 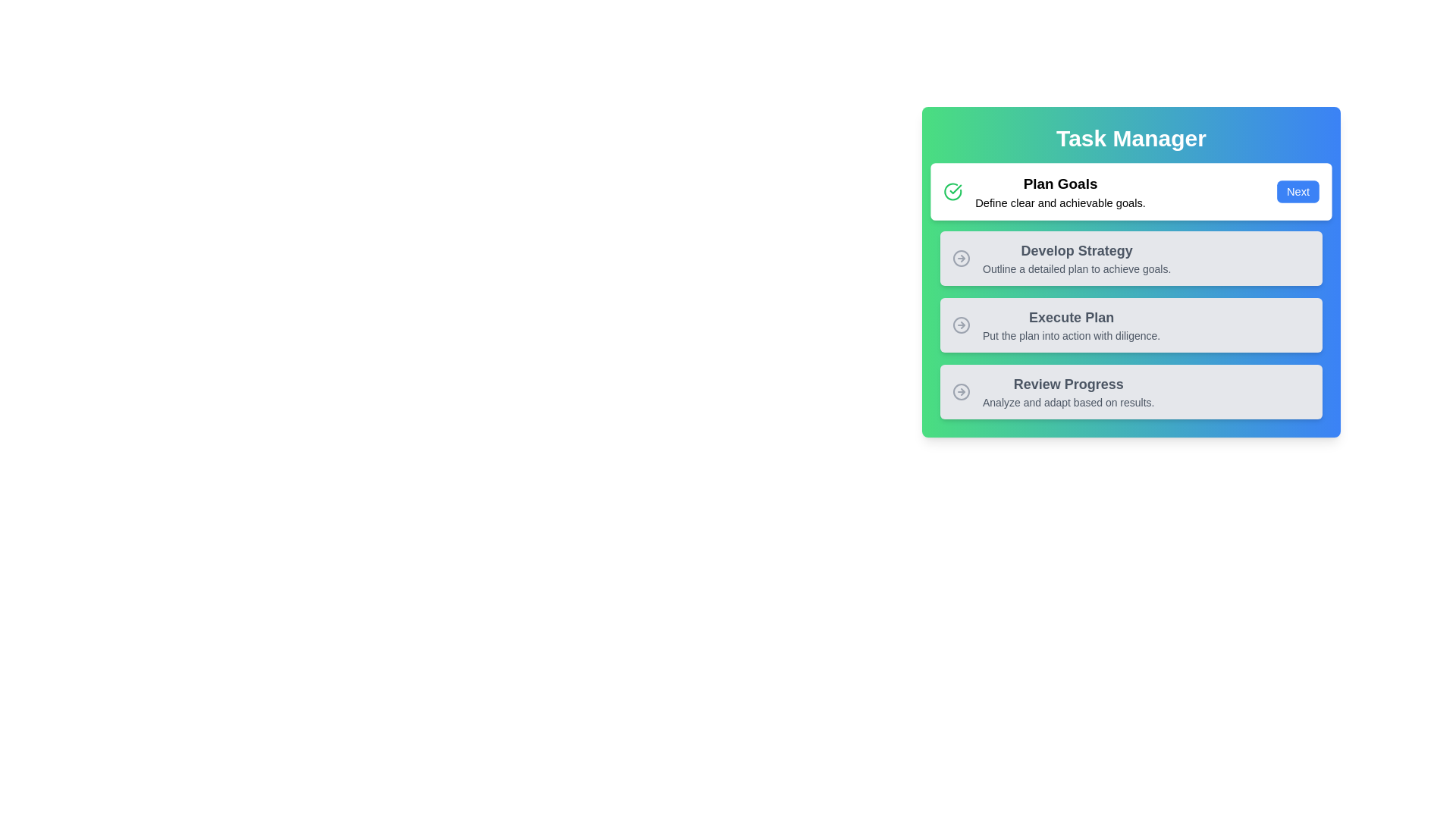 I want to click on text content of the informational block displaying 'Develop Strategy' and 'Outline a detailed plan to achieve goals.', so click(x=1076, y=257).